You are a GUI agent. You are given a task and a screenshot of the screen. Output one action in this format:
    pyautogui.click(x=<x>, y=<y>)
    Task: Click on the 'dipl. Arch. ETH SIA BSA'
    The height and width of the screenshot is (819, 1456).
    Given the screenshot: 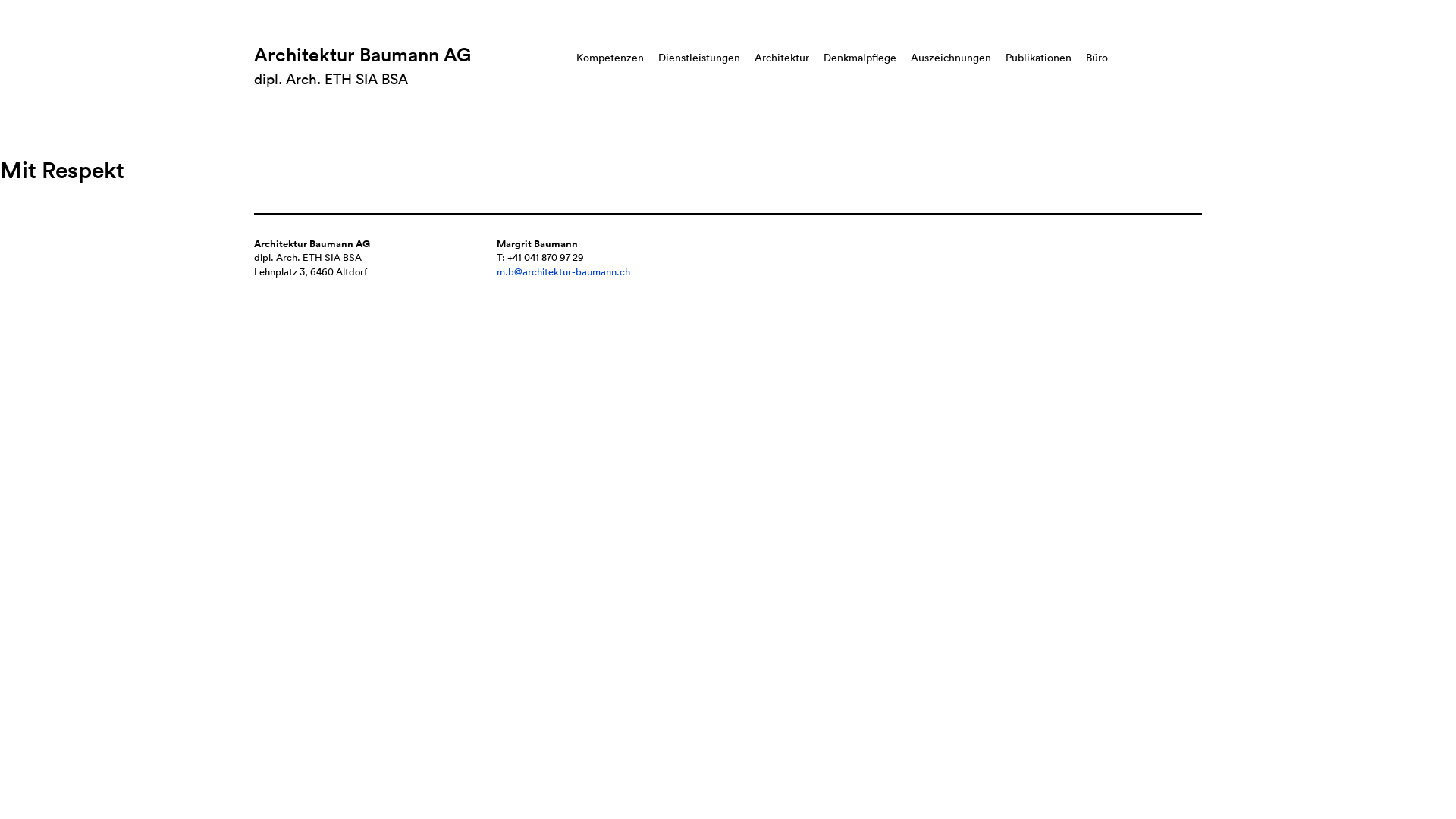 What is the action you would take?
    pyautogui.click(x=330, y=79)
    